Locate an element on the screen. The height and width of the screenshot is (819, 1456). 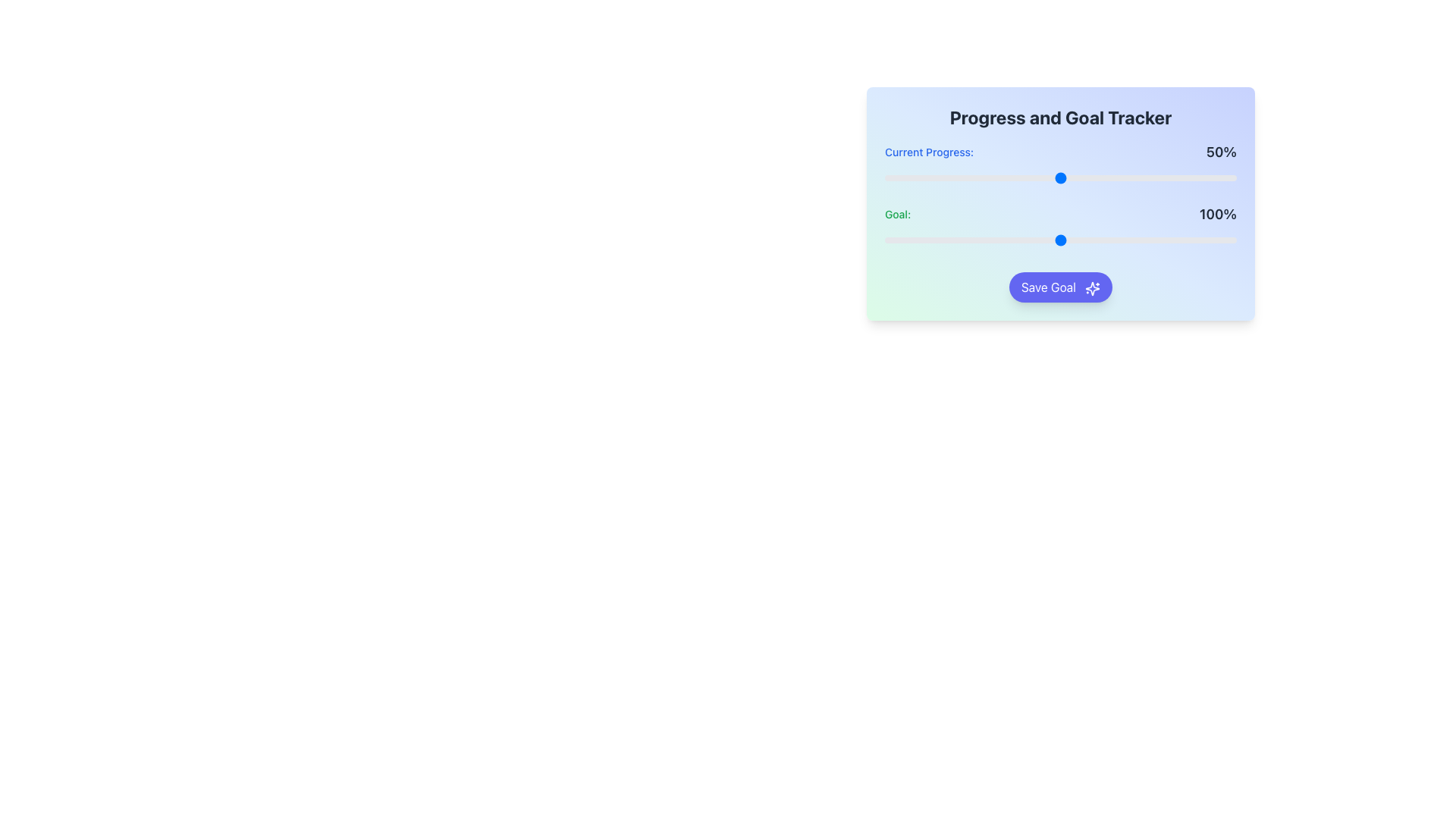
the slider value is located at coordinates (1211, 239).